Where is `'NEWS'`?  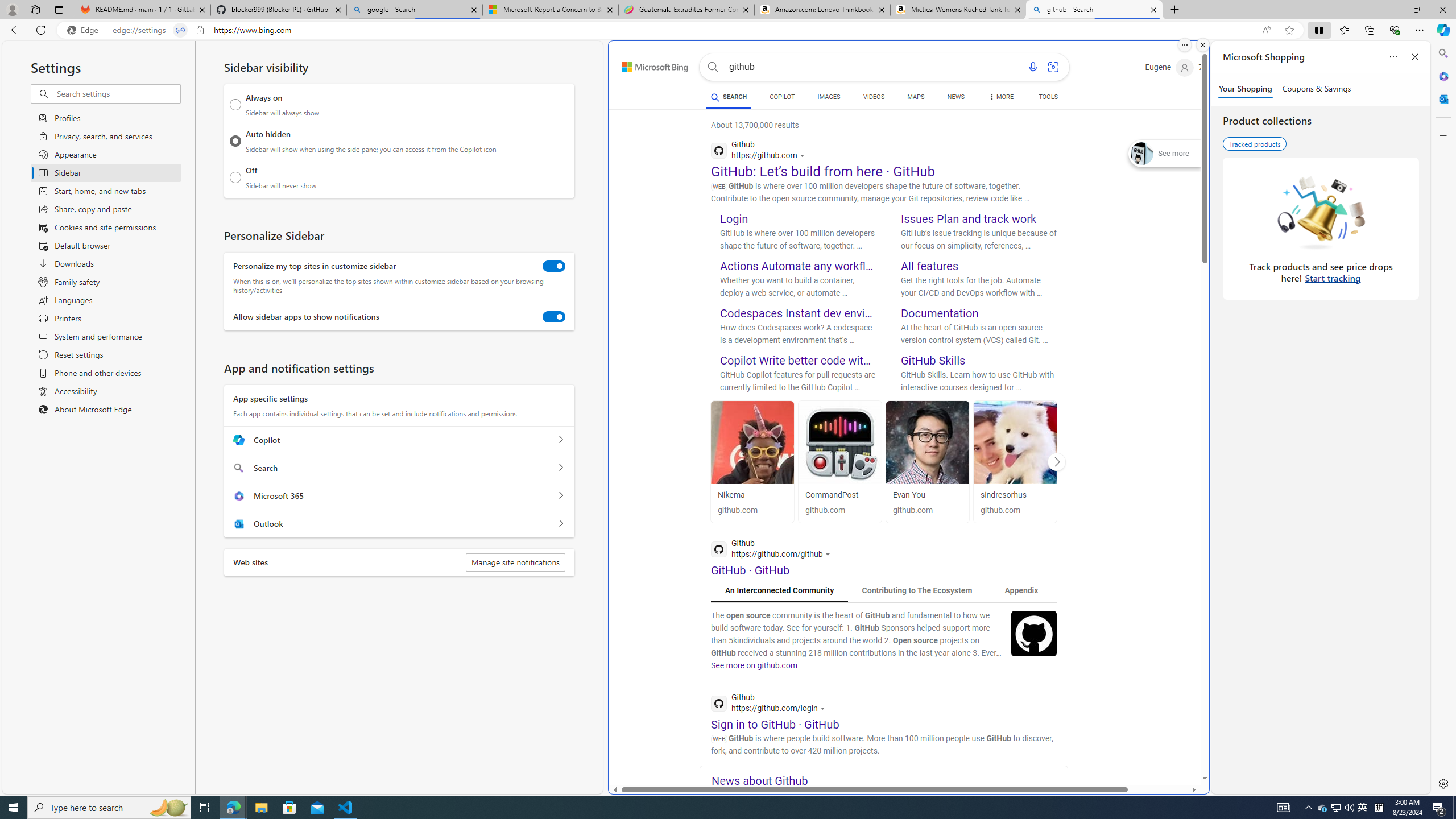 'NEWS' is located at coordinates (955, 98).